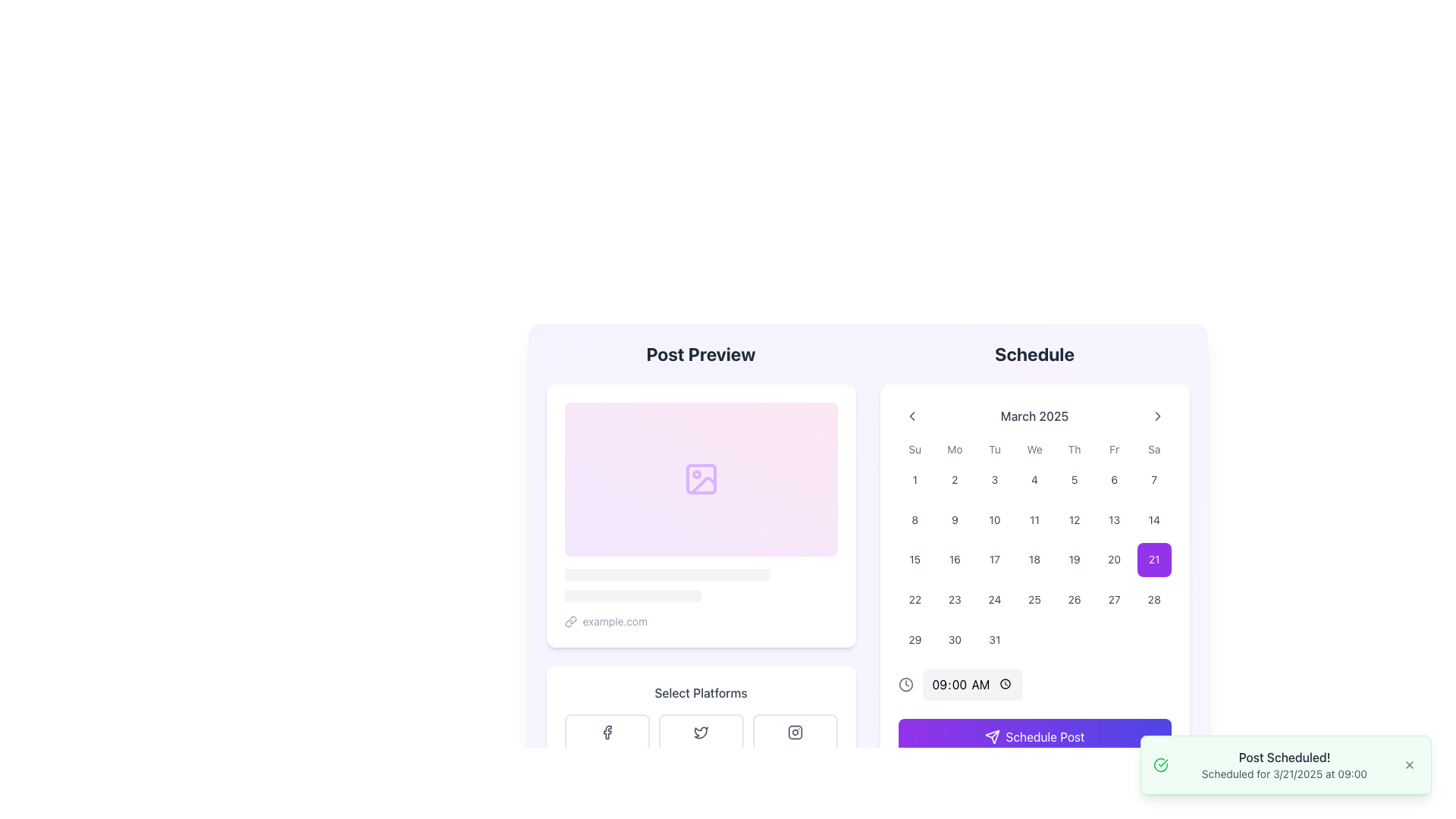 Image resolution: width=1456 pixels, height=819 pixels. Describe the element at coordinates (992, 736) in the screenshot. I see `the 'Schedule Post' button, which contains a send icon resembling an upward arrow or paper plane, located on the left side of the button` at that location.